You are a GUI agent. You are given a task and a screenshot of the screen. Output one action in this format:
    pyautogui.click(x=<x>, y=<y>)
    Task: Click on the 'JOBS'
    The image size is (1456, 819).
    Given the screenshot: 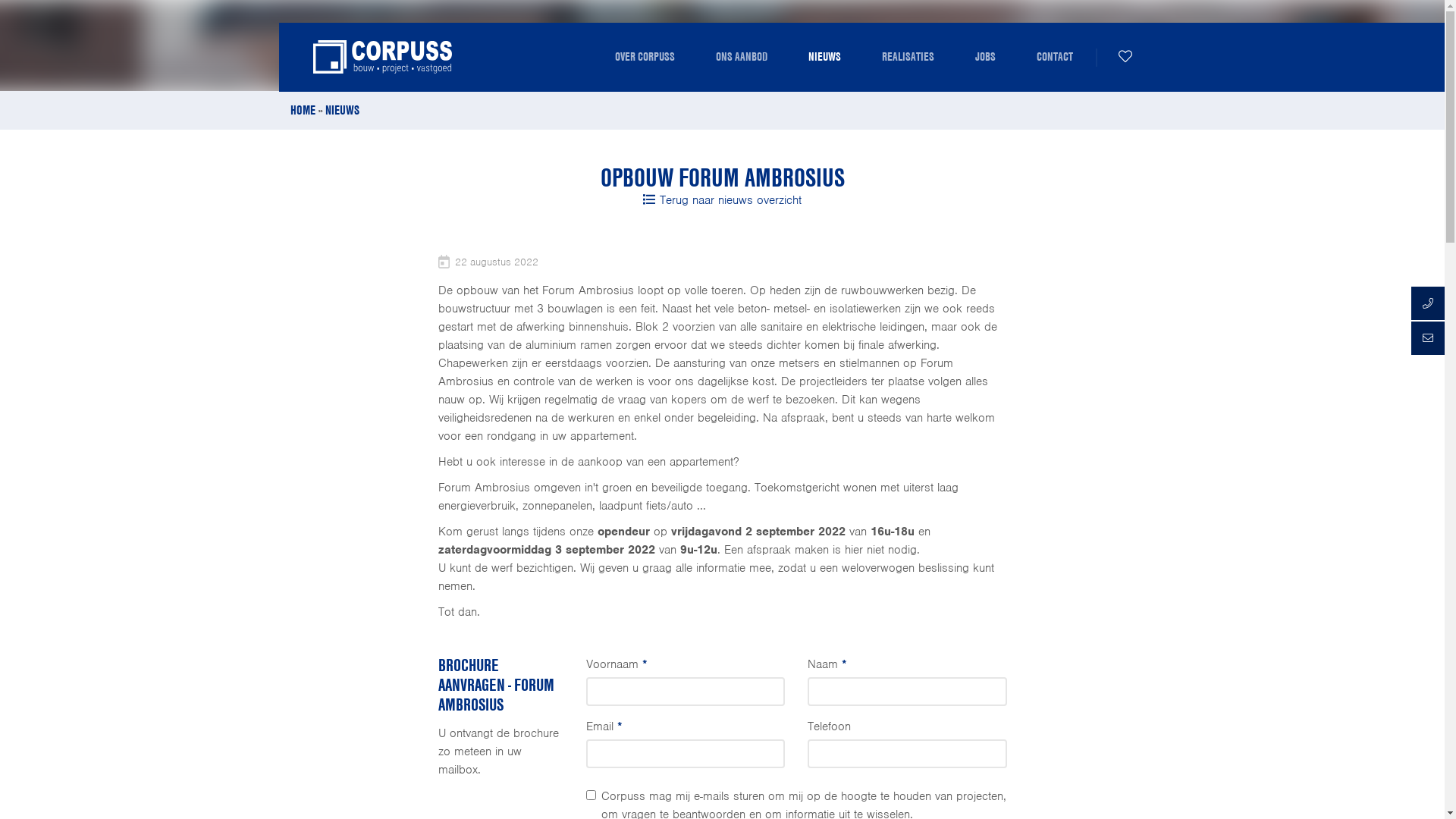 What is the action you would take?
    pyautogui.click(x=984, y=55)
    